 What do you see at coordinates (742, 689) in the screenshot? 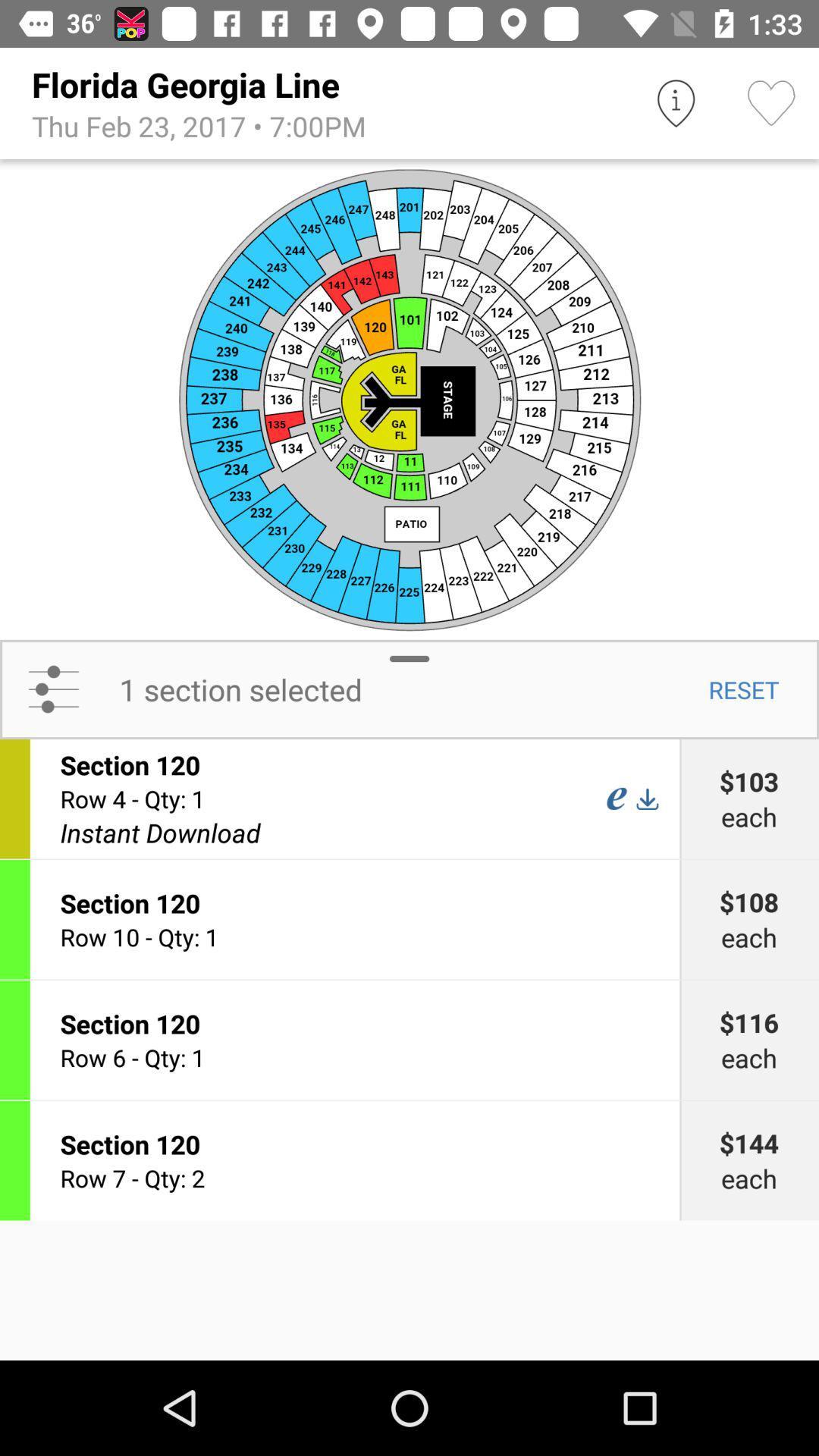
I see `the reset` at bounding box center [742, 689].